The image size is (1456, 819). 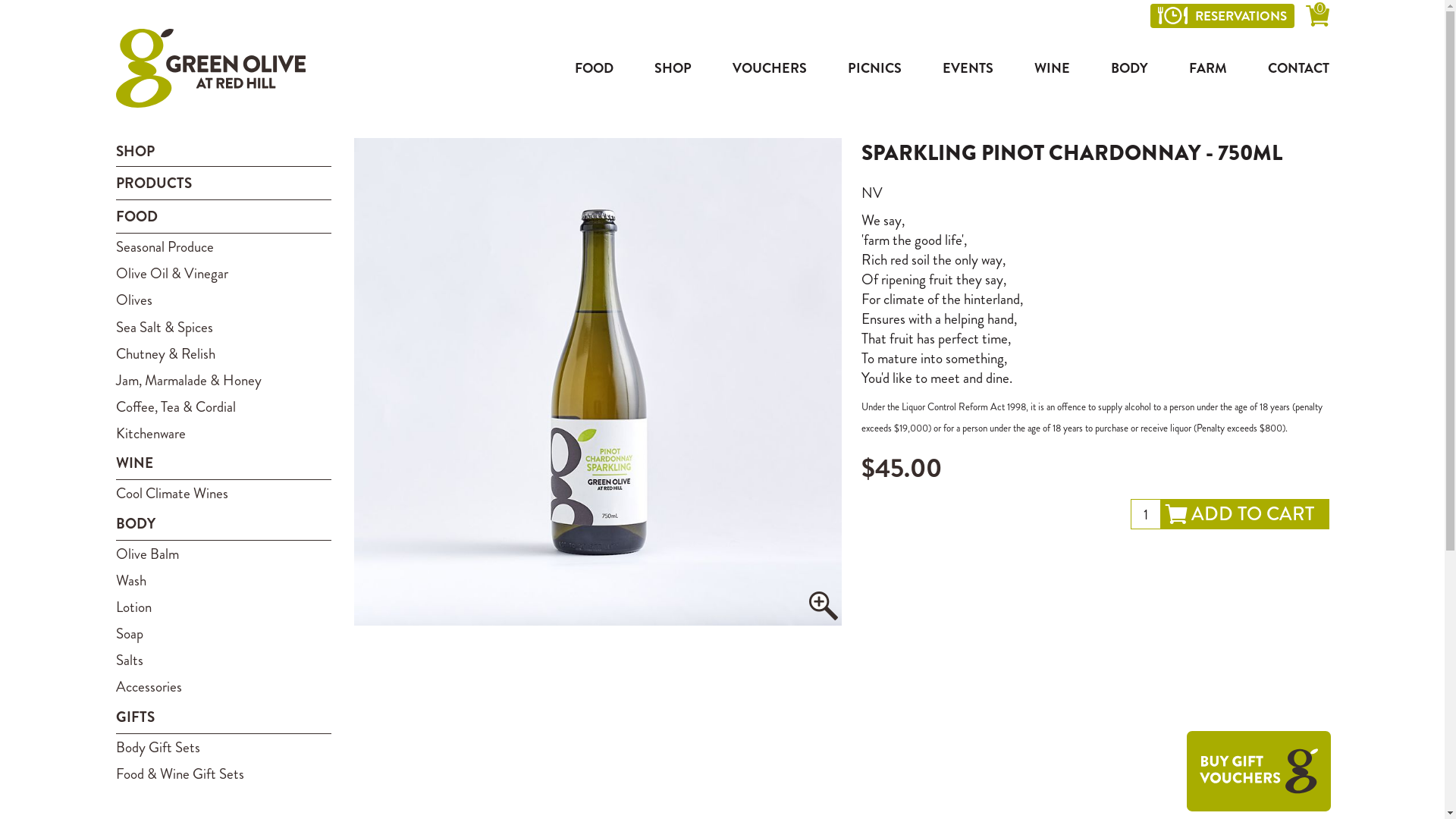 I want to click on 'PICNICS', so click(x=874, y=67).